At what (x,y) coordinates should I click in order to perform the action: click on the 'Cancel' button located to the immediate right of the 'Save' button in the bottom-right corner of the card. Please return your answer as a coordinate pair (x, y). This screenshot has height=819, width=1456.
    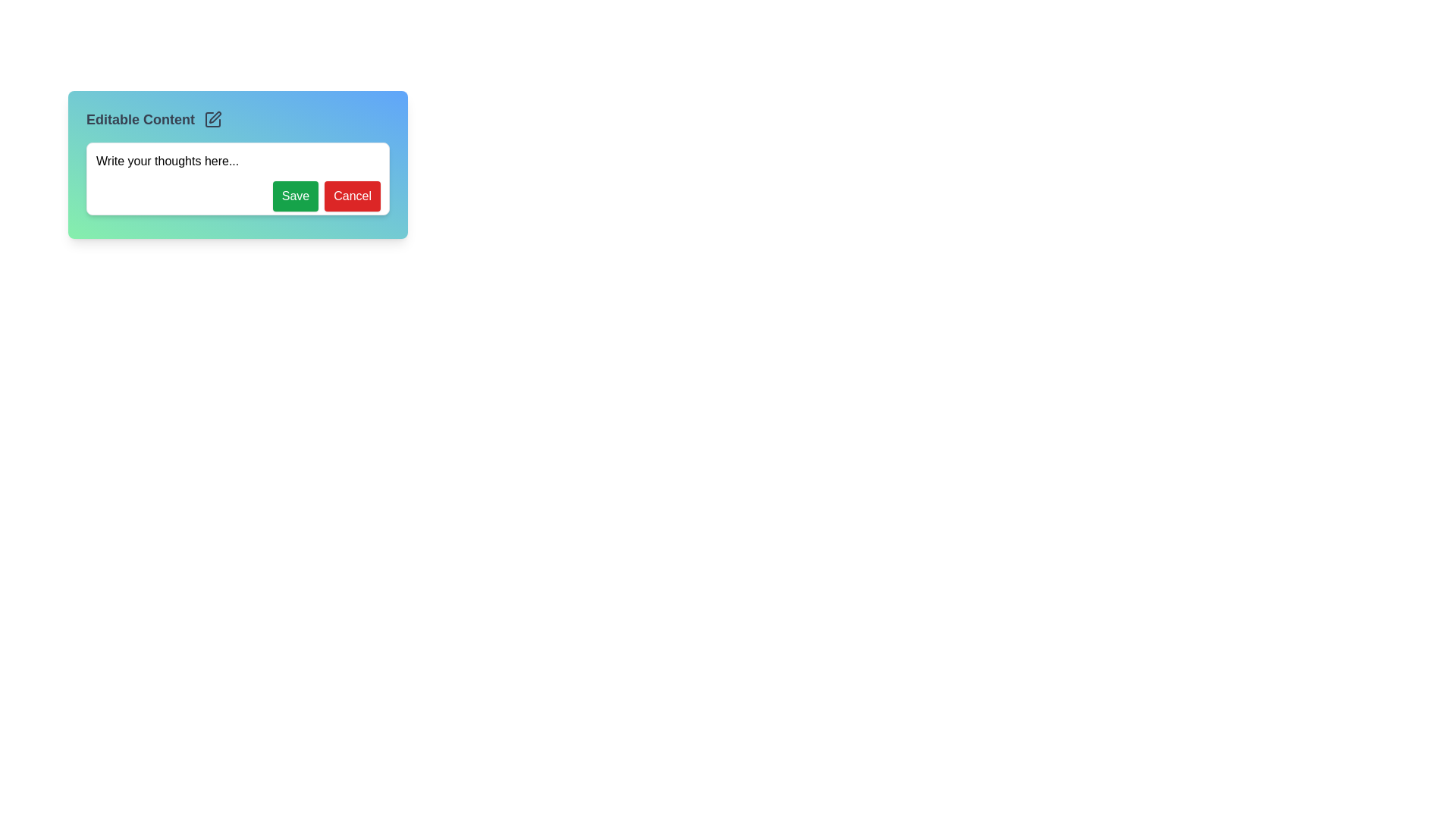
    Looking at the image, I should click on (352, 195).